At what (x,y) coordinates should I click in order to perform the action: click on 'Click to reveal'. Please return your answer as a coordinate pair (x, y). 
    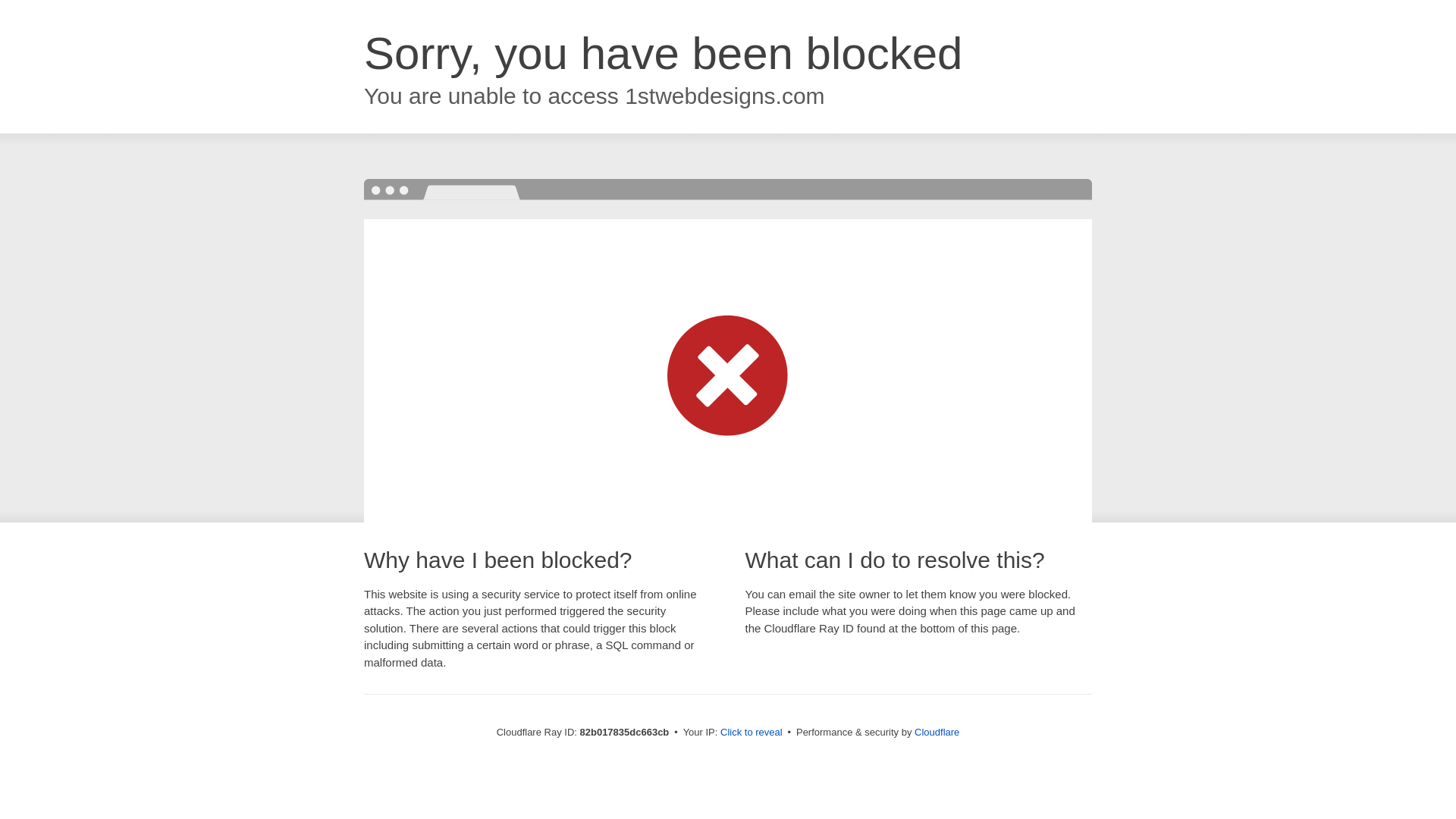
    Looking at the image, I should click on (751, 731).